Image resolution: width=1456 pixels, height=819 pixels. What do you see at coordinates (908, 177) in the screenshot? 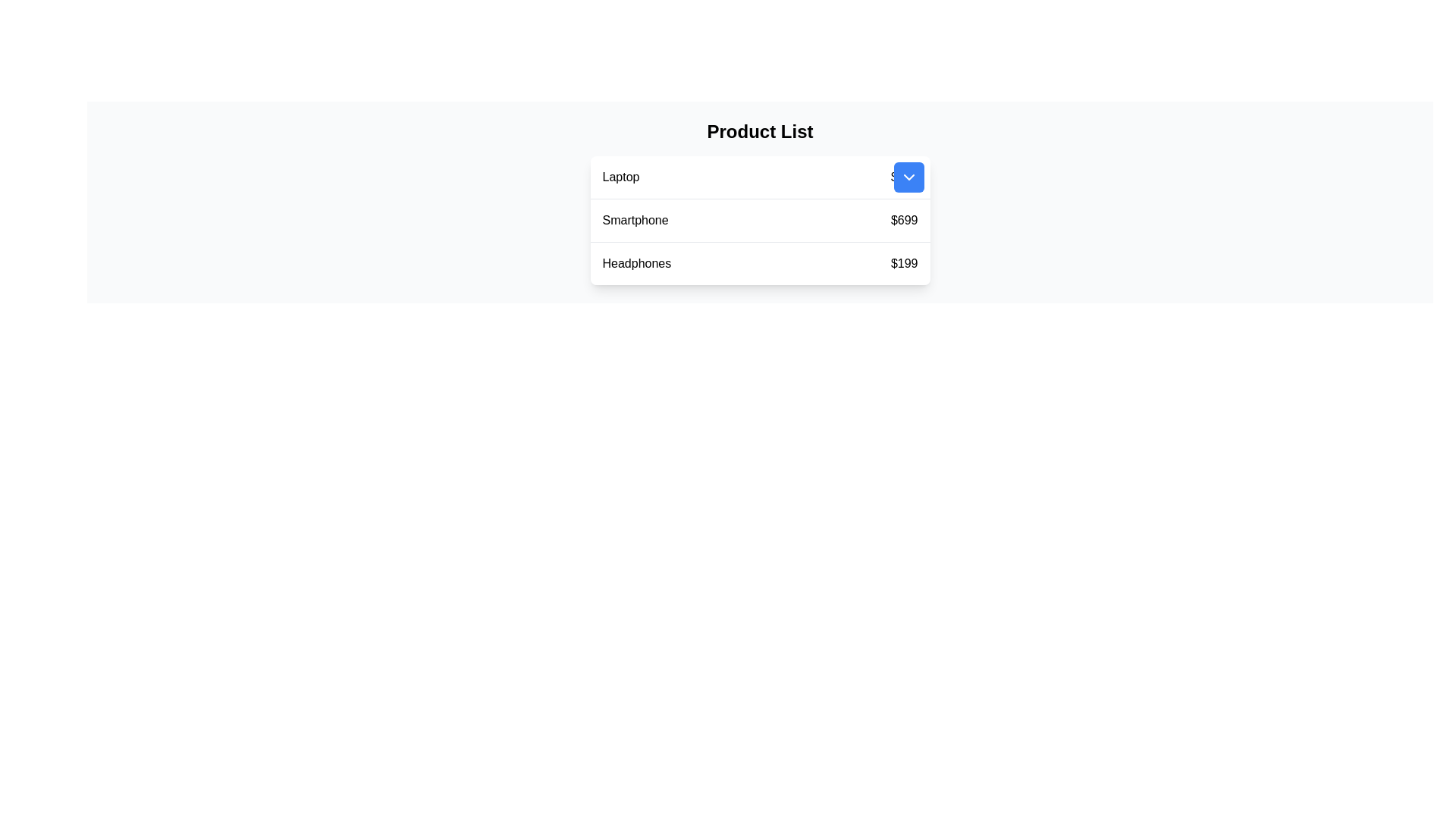
I see `the chevron down icon, which is styled with white lines on a blue circular background, located in the top-right corner of a button under the 'Product List' heading` at bounding box center [908, 177].